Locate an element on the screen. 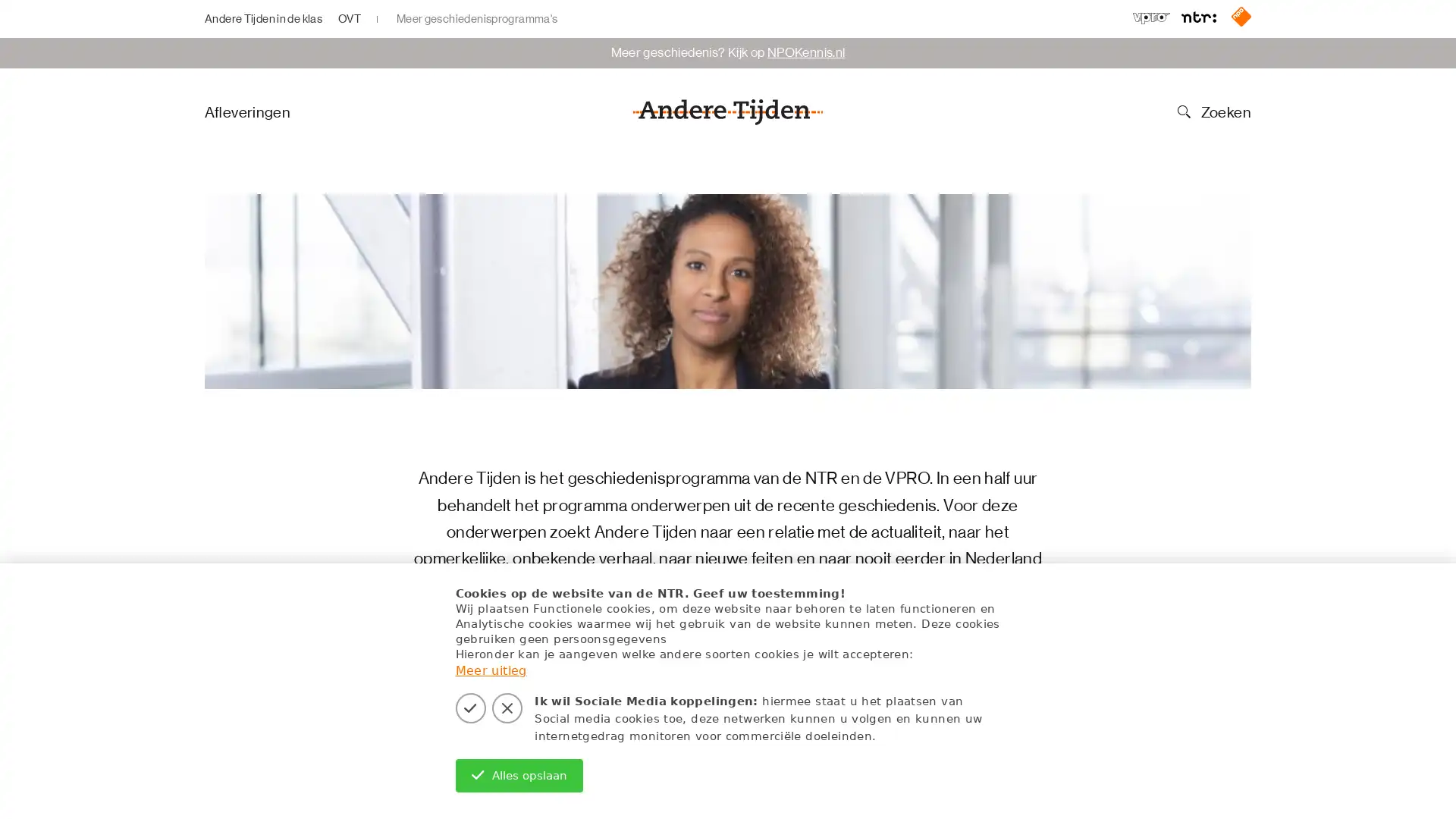 The height and width of the screenshot is (819, 1456). Alles opslaan is located at coordinates (519, 775).